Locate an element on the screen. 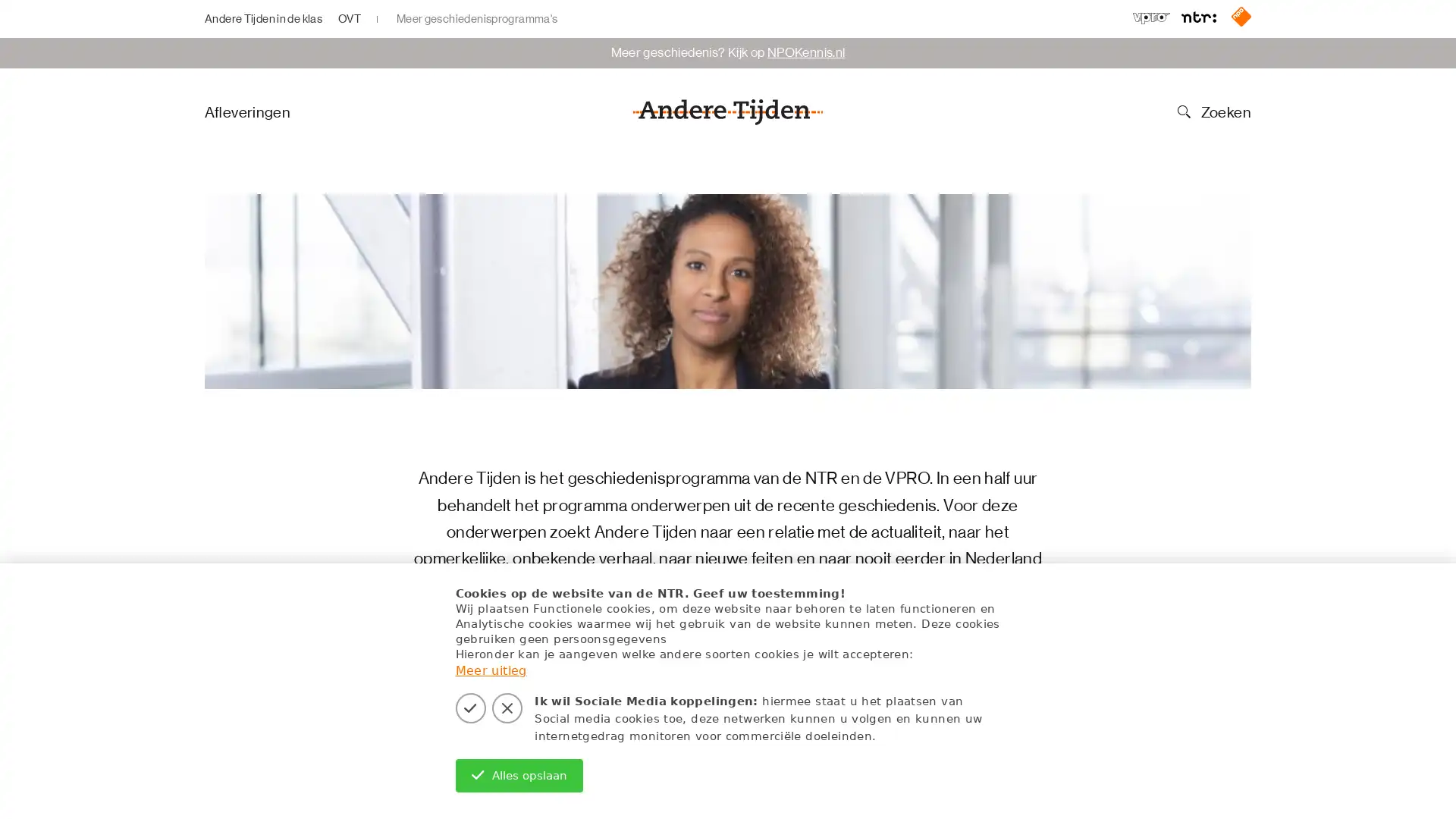 The height and width of the screenshot is (819, 1456). Alles opslaan is located at coordinates (519, 775).